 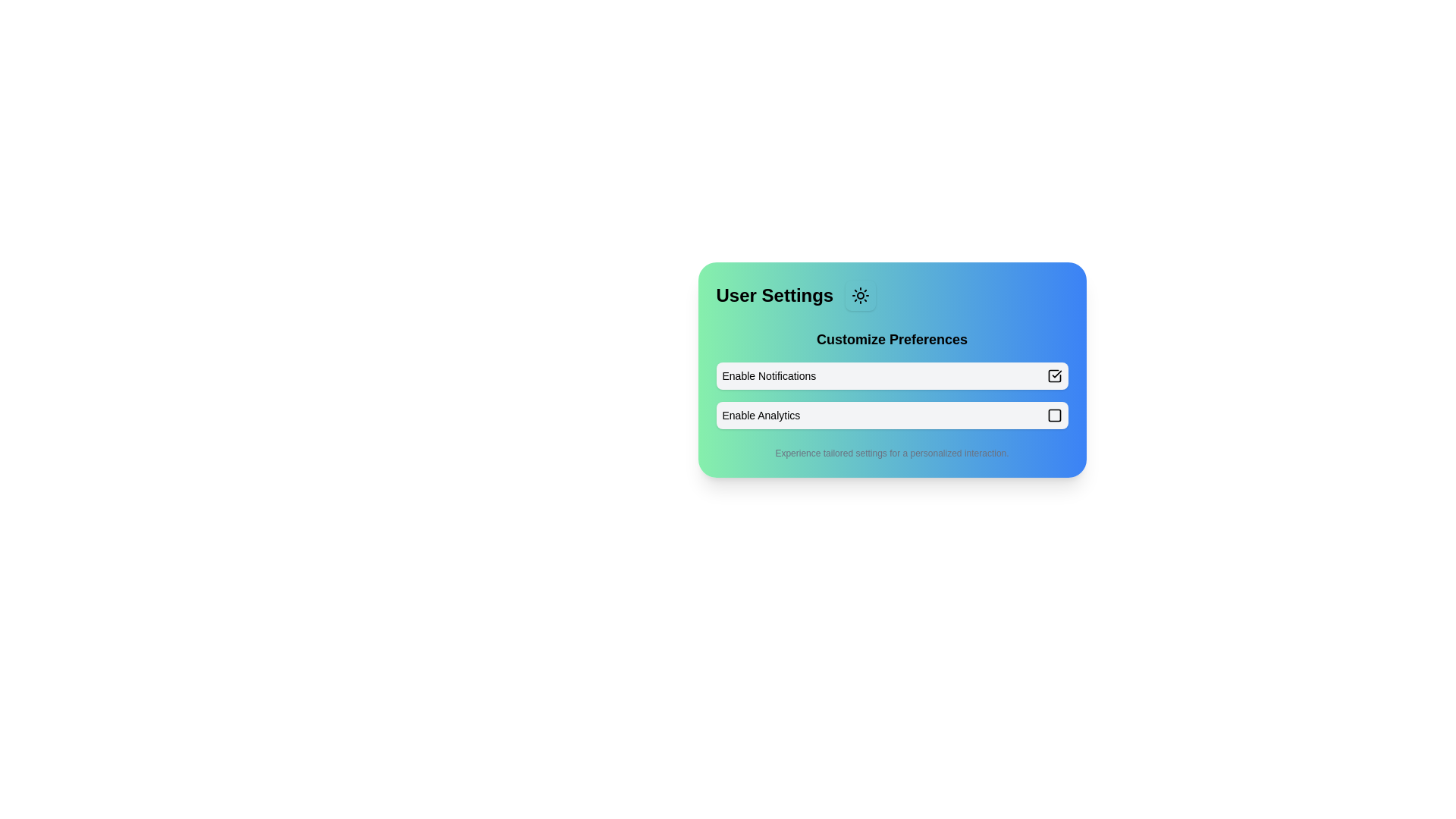 I want to click on the checkbox in the bottom-right corner of the section labeled 'Enable Analytics', so click(x=1053, y=415).